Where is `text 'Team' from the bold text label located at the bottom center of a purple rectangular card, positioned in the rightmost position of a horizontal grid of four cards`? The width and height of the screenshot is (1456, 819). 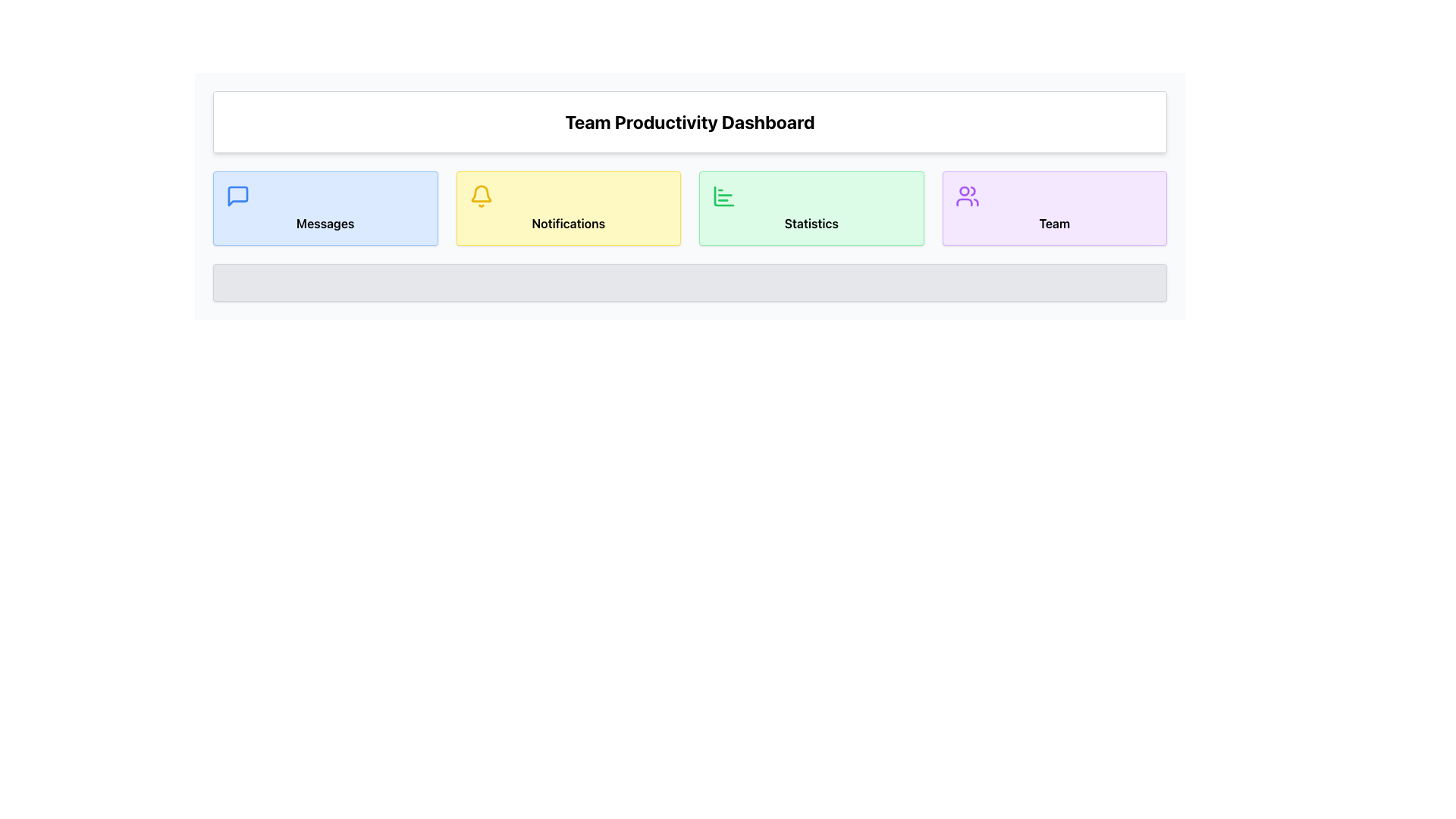
text 'Team' from the bold text label located at the bottom center of a purple rectangular card, positioned in the rightmost position of a horizontal grid of four cards is located at coordinates (1053, 223).